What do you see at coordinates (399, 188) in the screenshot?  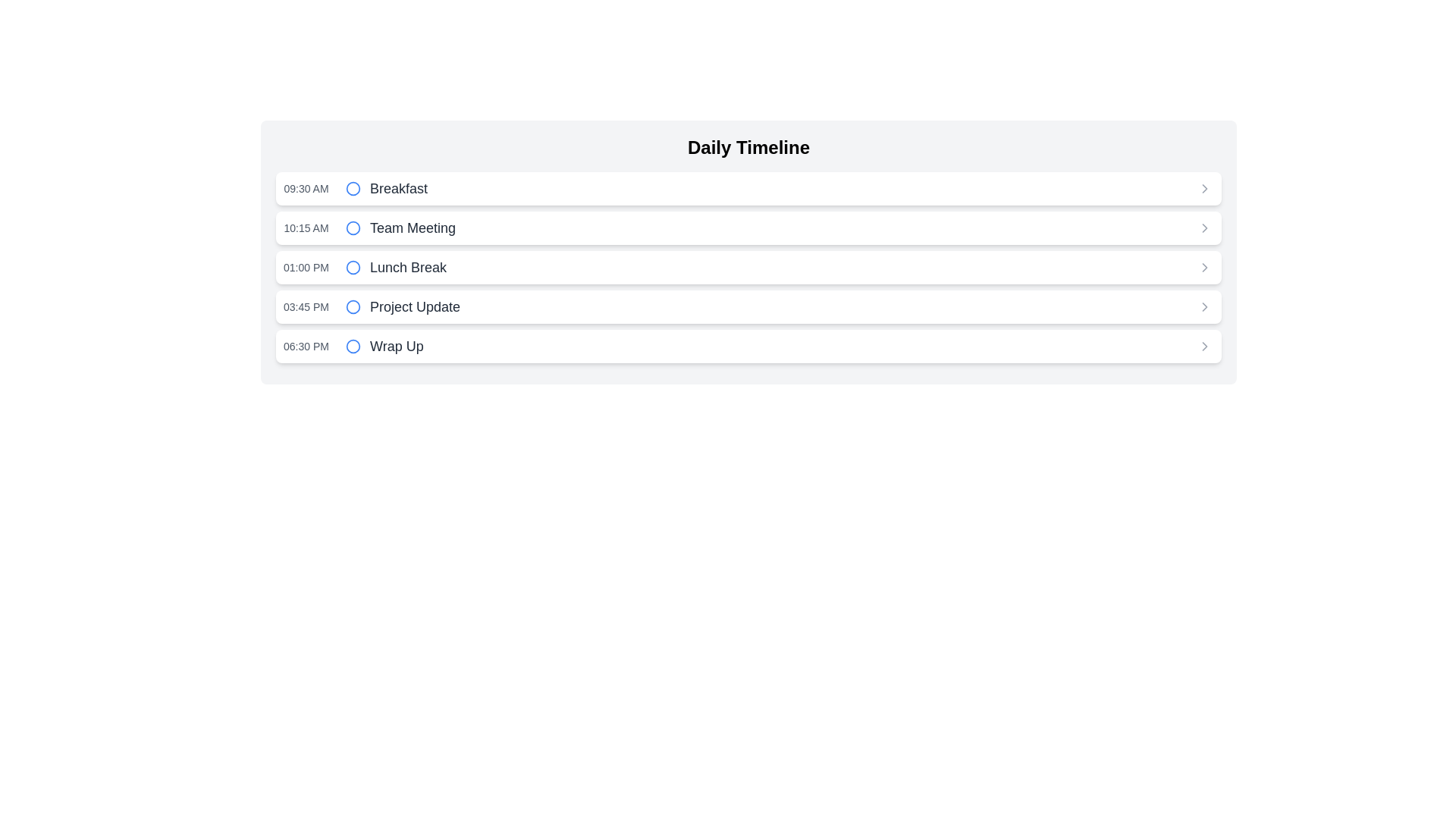 I see `text label for the first timeline entry located to the right of the blue circular icon aligned with '09:30 AM'` at bounding box center [399, 188].